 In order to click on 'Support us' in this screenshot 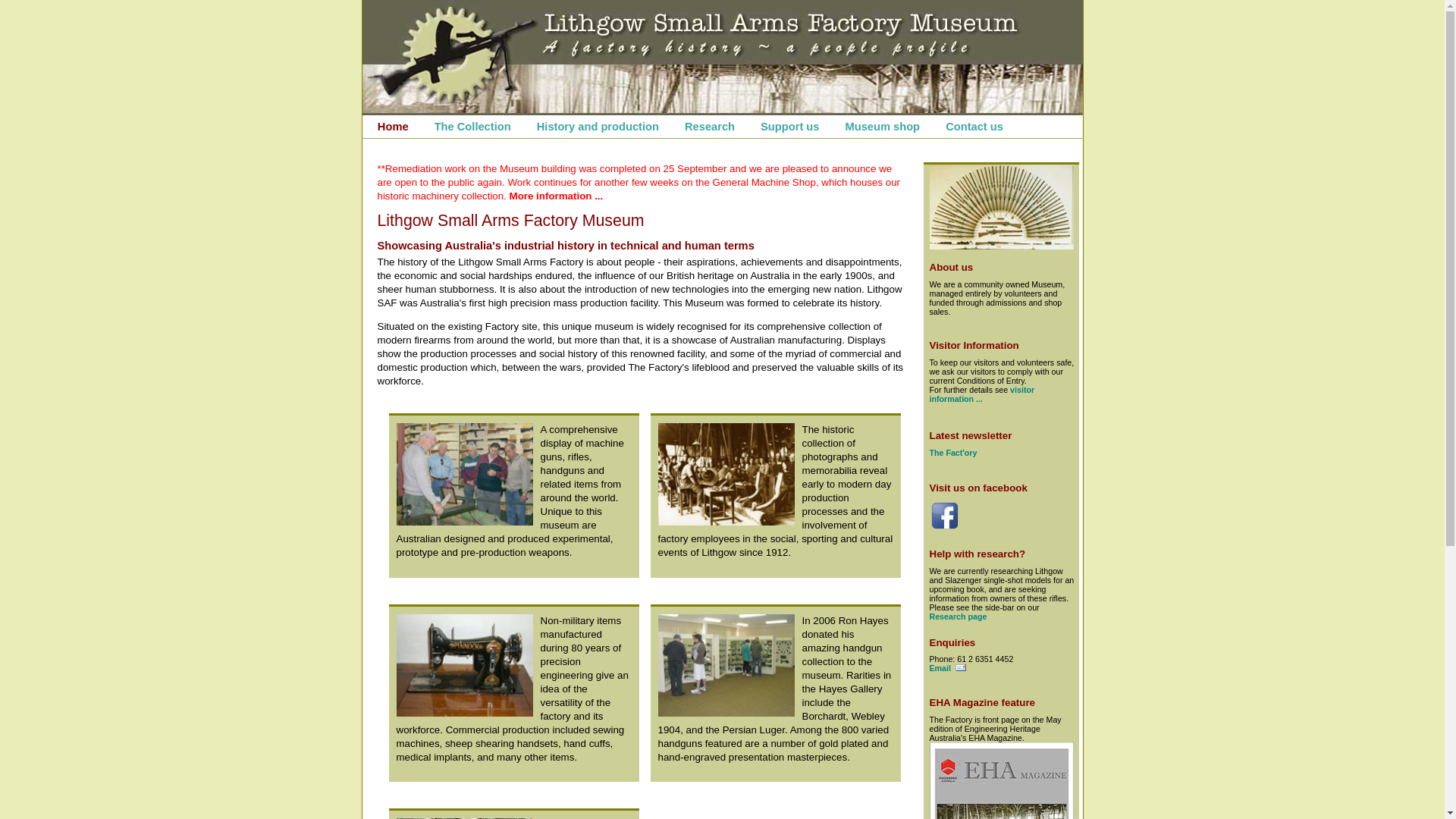, I will do `click(789, 125)`.